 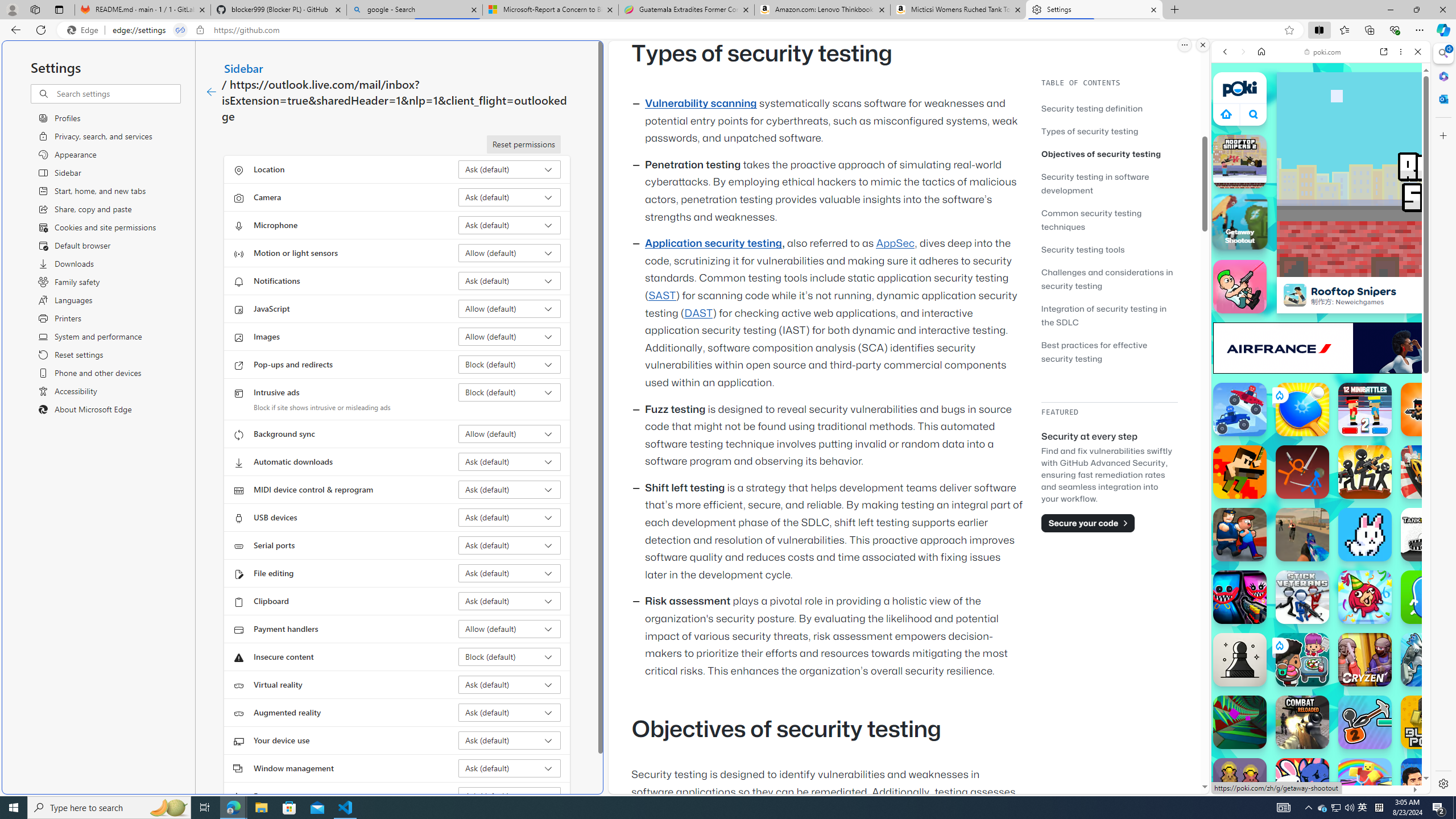 I want to click on 'Sports Games', so click(x=1319, y=379).